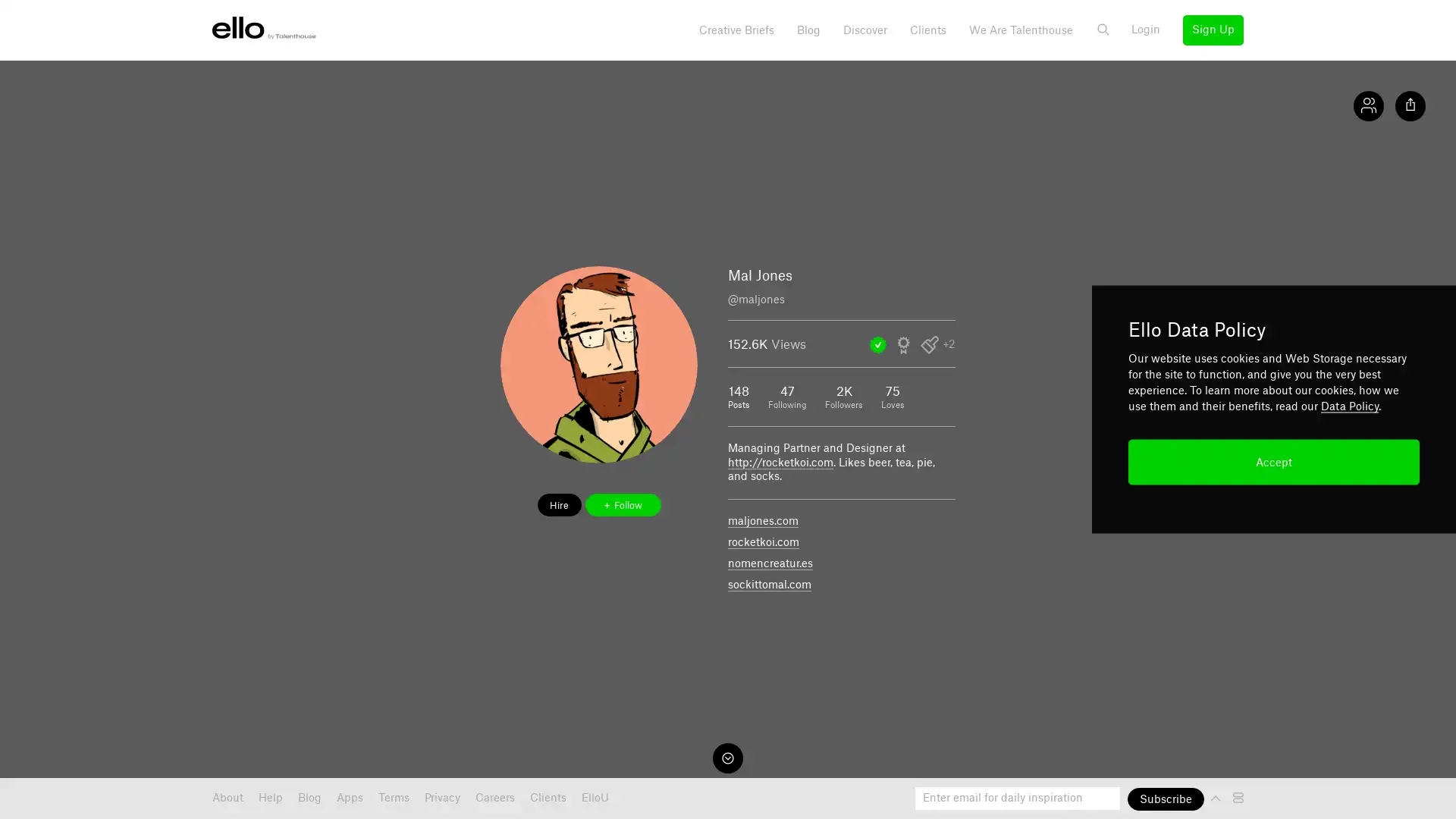  I want to click on Invite Selected Artist, so click(903, 345).